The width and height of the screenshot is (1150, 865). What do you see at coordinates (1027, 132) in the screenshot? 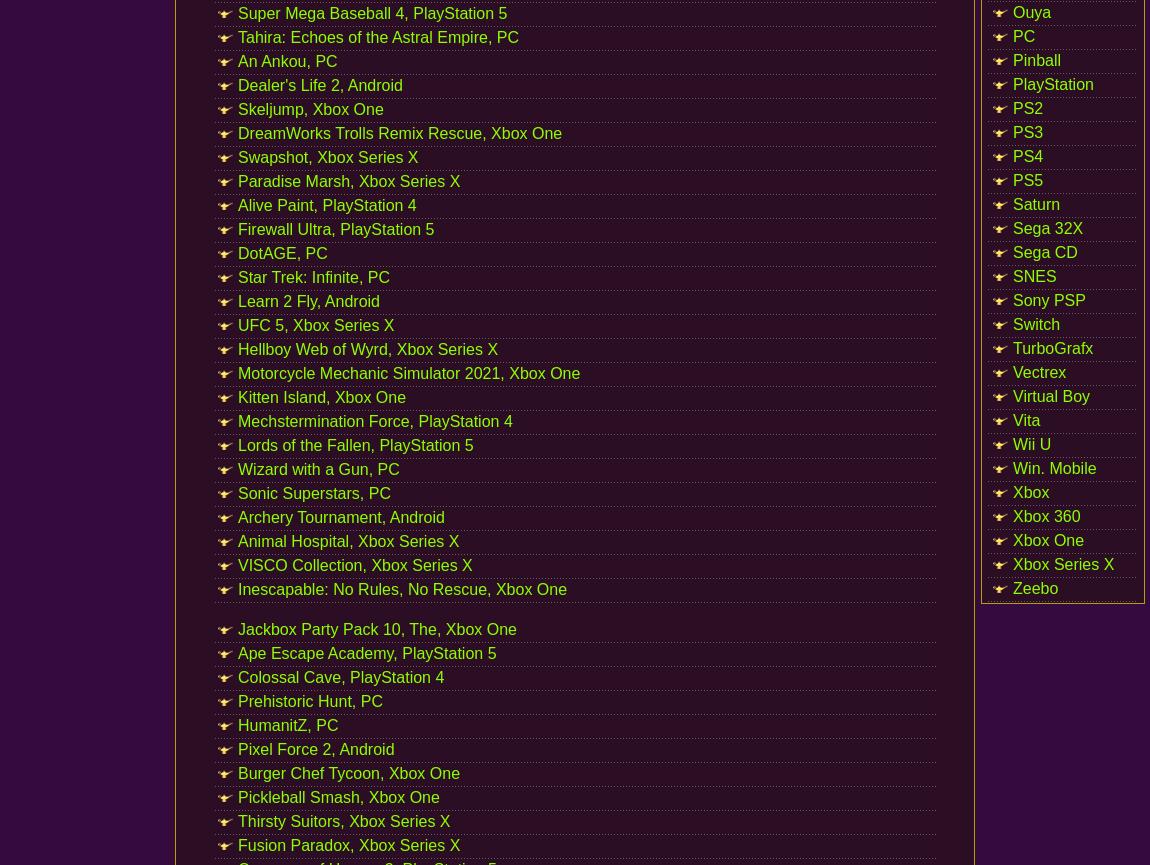
I see `'PS3'` at bounding box center [1027, 132].